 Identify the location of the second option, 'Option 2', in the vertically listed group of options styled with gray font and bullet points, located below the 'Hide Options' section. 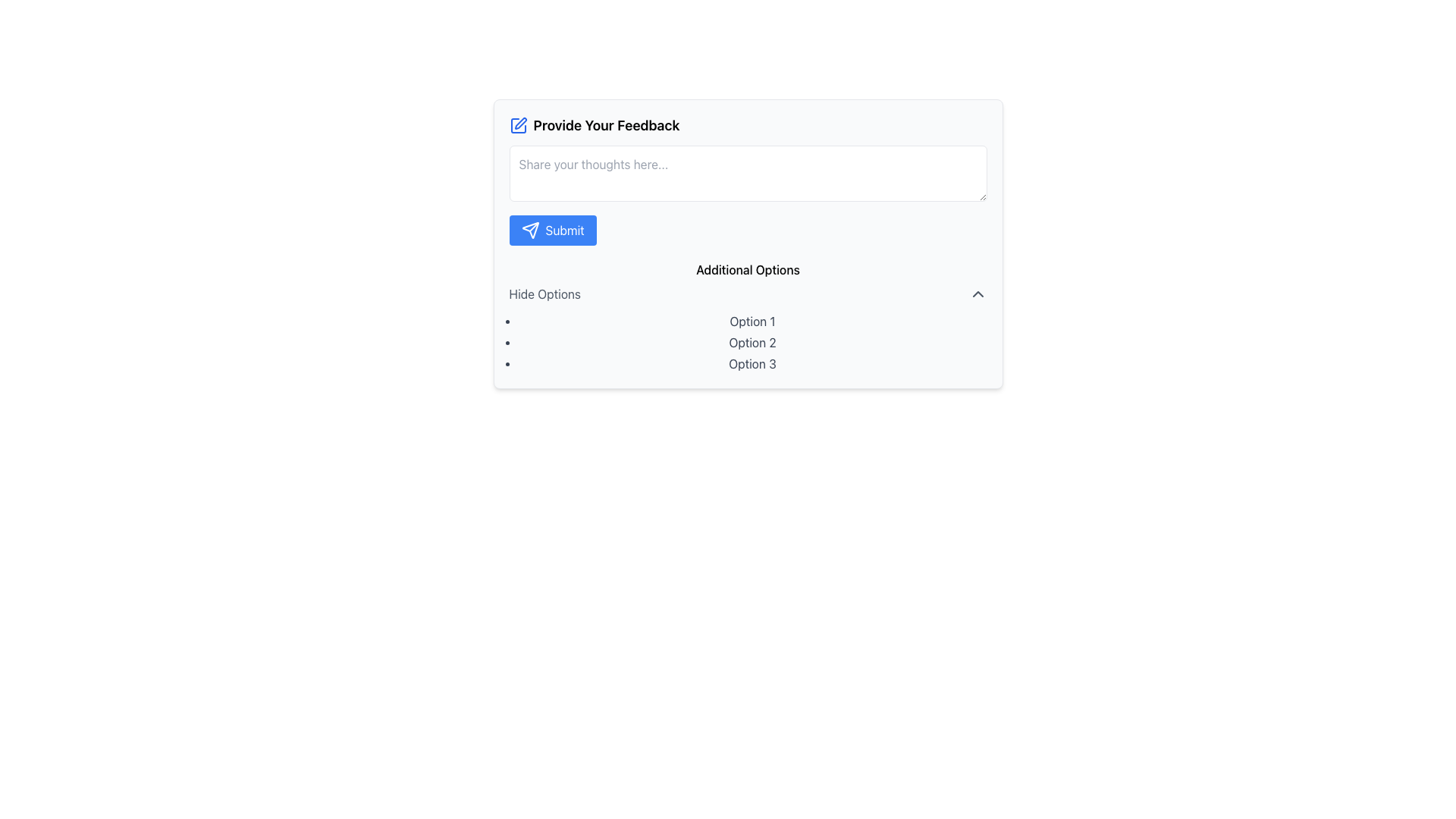
(748, 342).